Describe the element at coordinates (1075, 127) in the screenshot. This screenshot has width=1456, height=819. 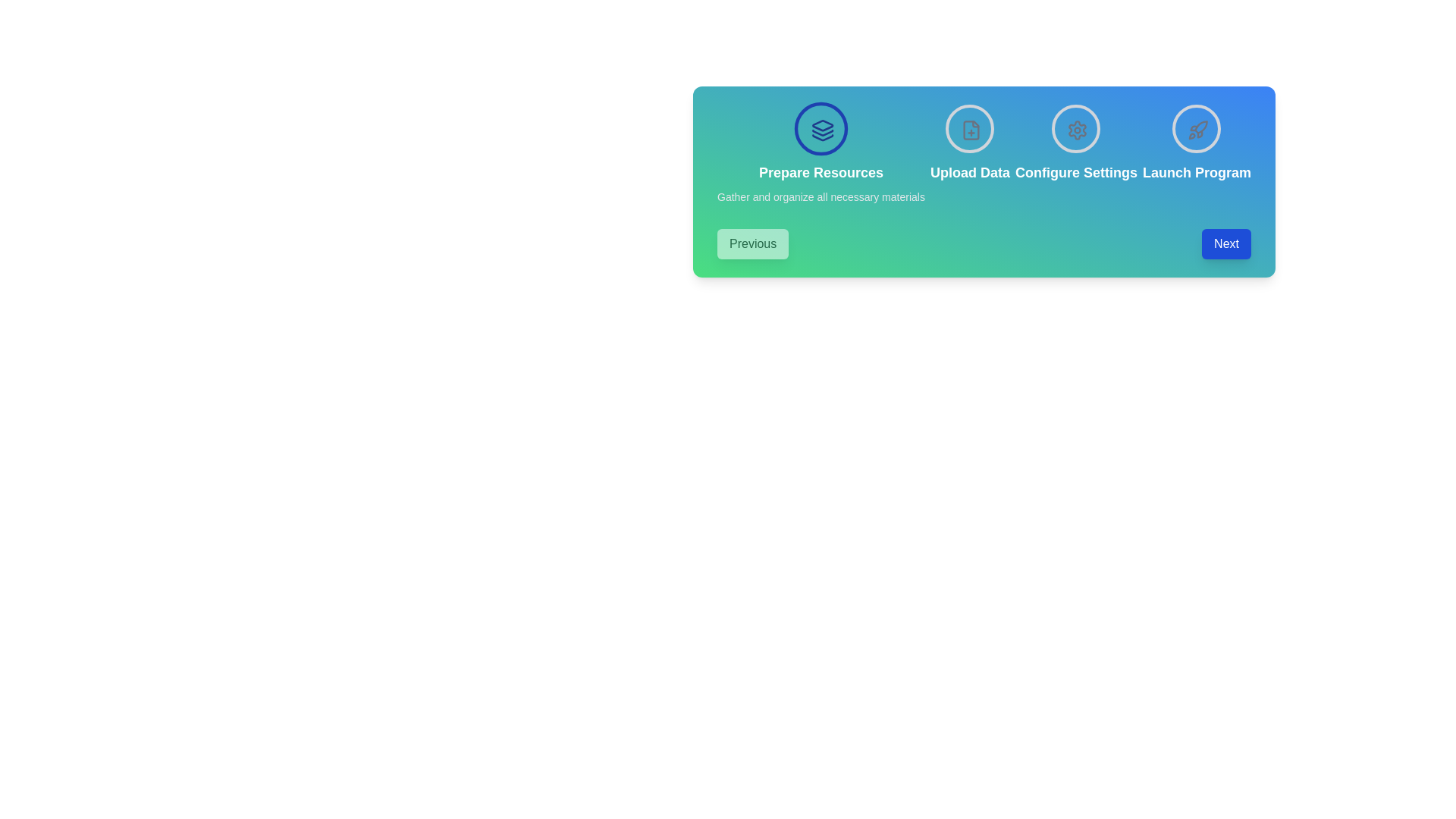
I see `the step icon corresponding to Configure Settings` at that location.